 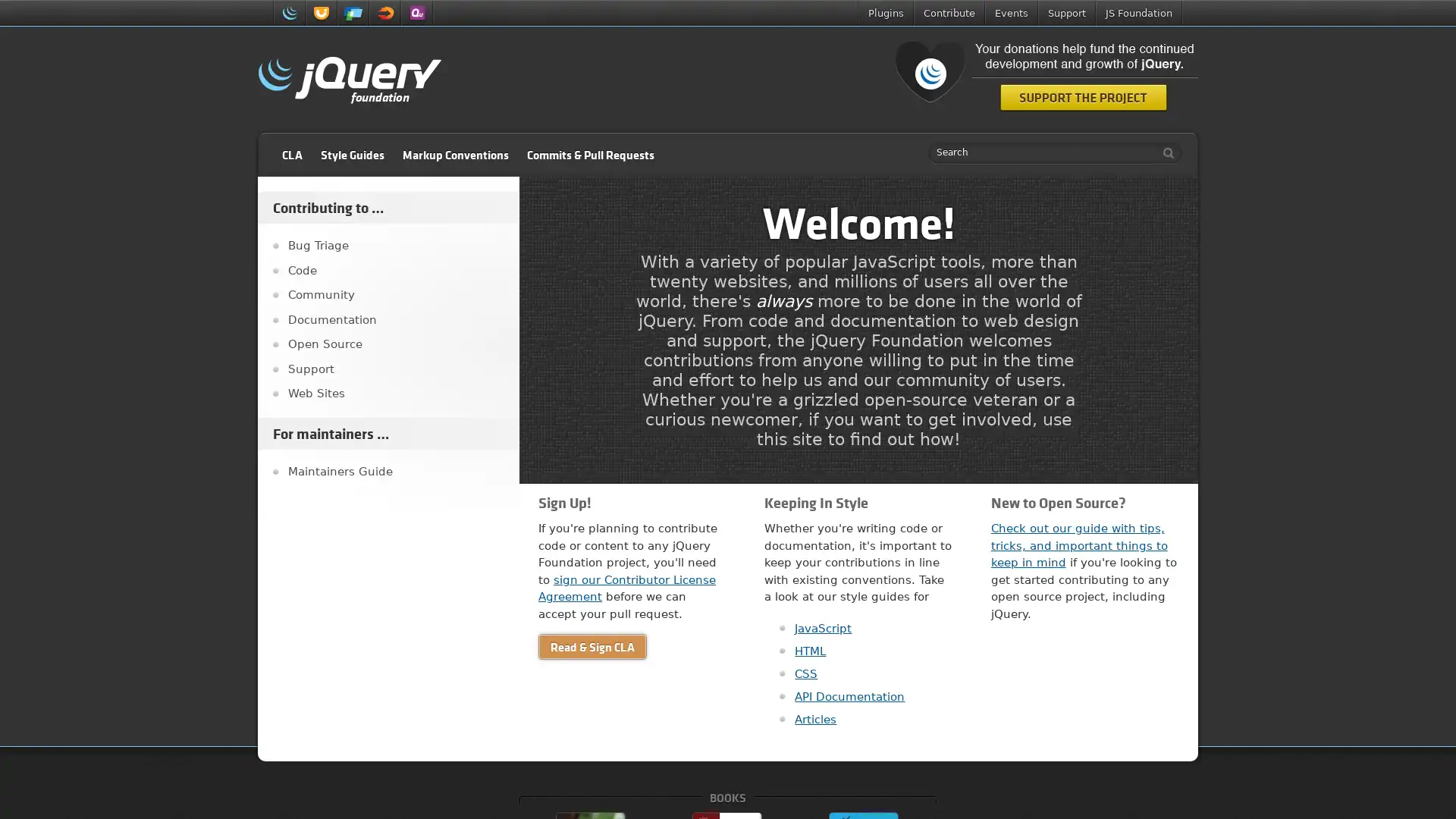 I want to click on search, so click(x=1164, y=152).